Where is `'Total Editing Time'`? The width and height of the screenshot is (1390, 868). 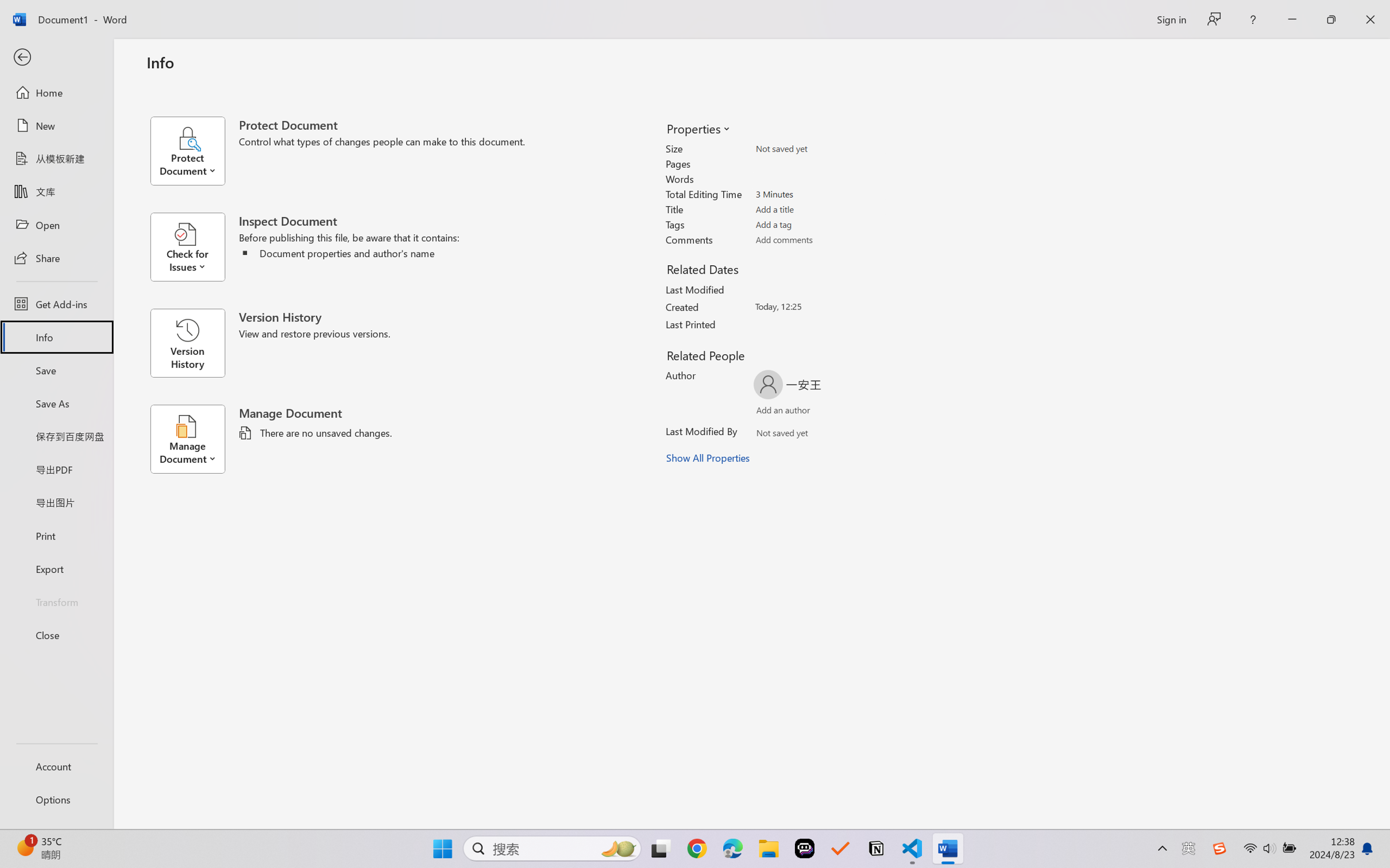 'Total Editing Time' is located at coordinates (819, 193).